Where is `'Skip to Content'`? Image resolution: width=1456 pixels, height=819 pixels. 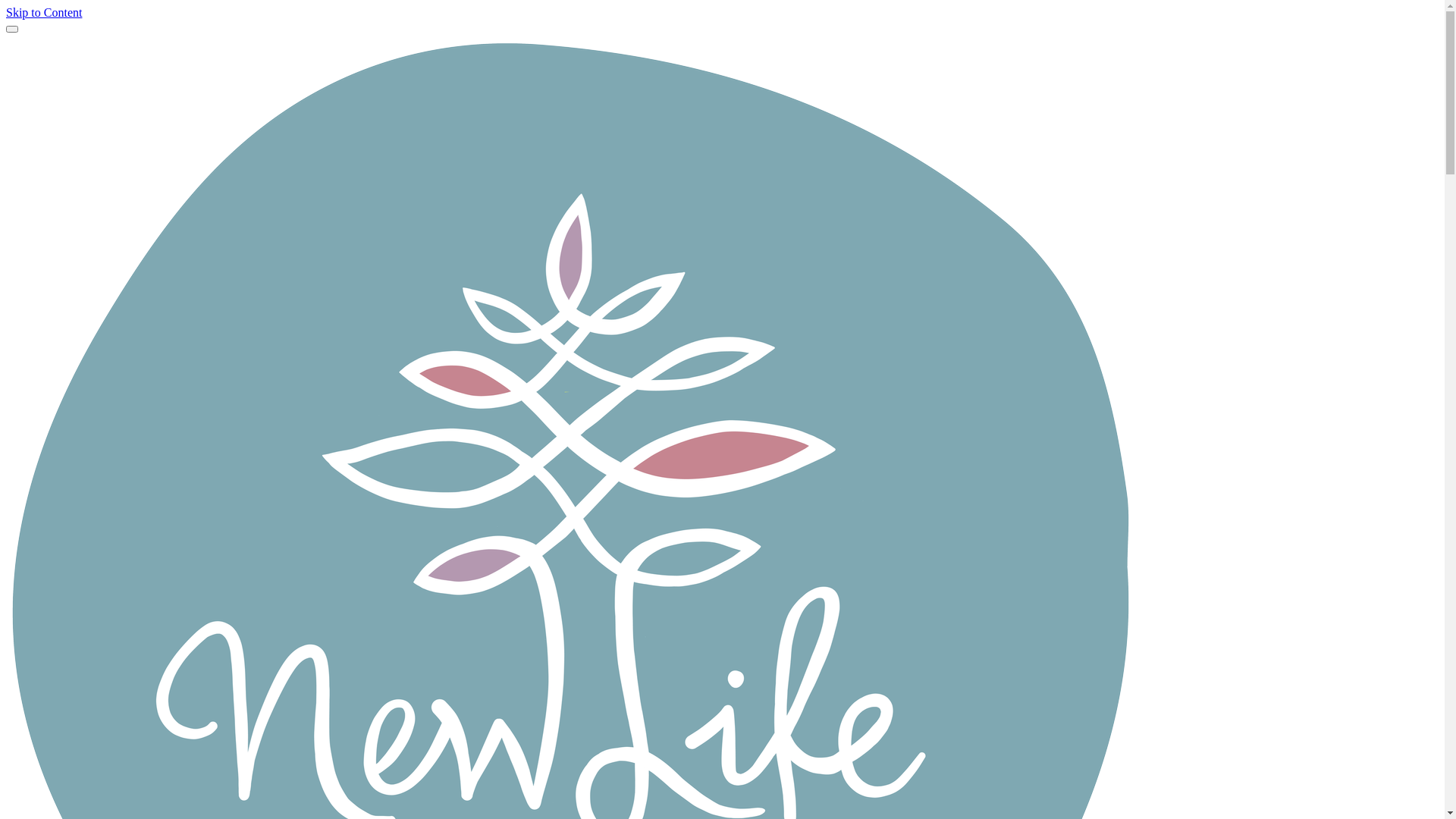 'Skip to Content' is located at coordinates (6, 12).